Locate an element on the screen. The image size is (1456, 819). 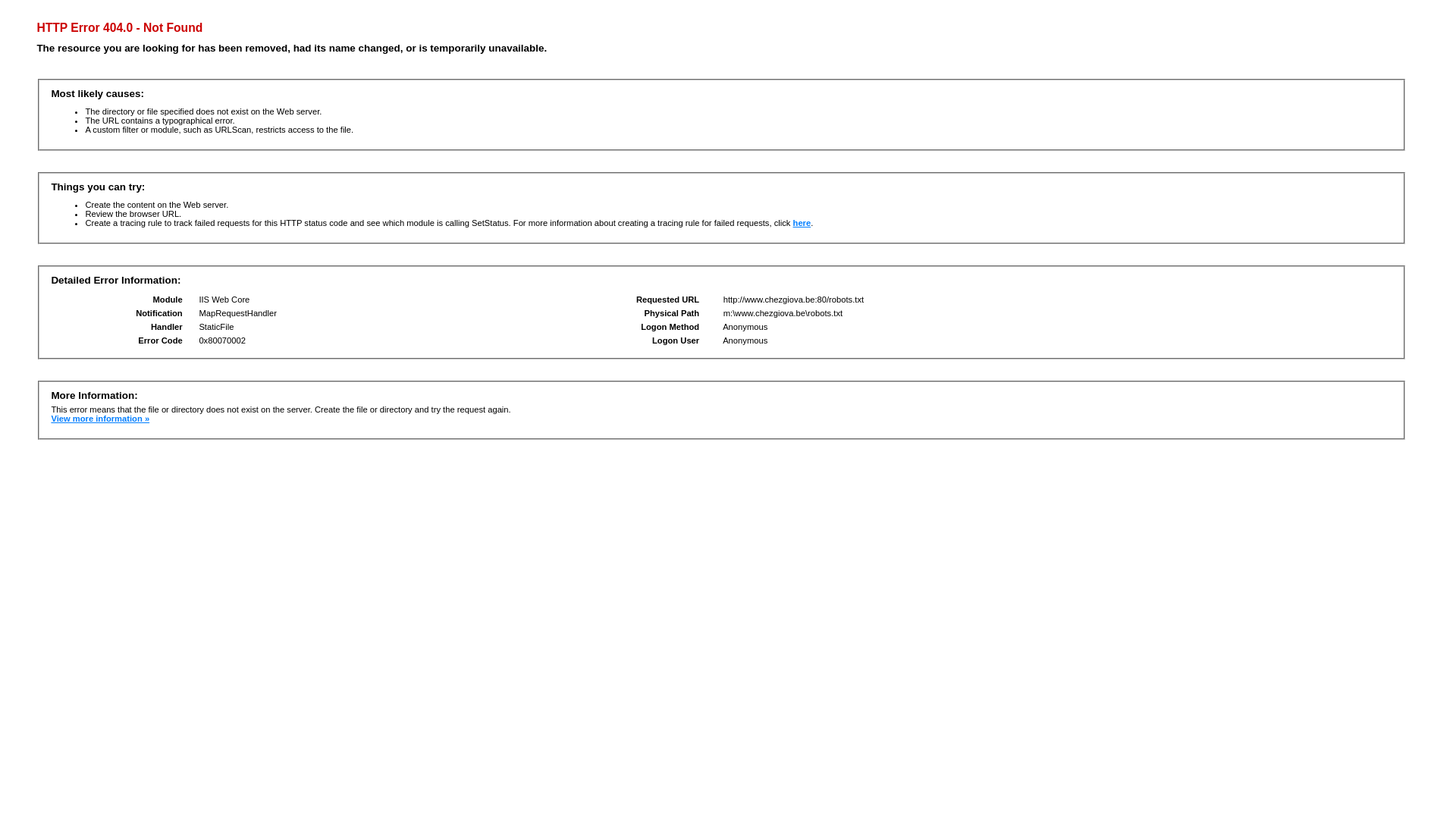
'here' is located at coordinates (792, 222).